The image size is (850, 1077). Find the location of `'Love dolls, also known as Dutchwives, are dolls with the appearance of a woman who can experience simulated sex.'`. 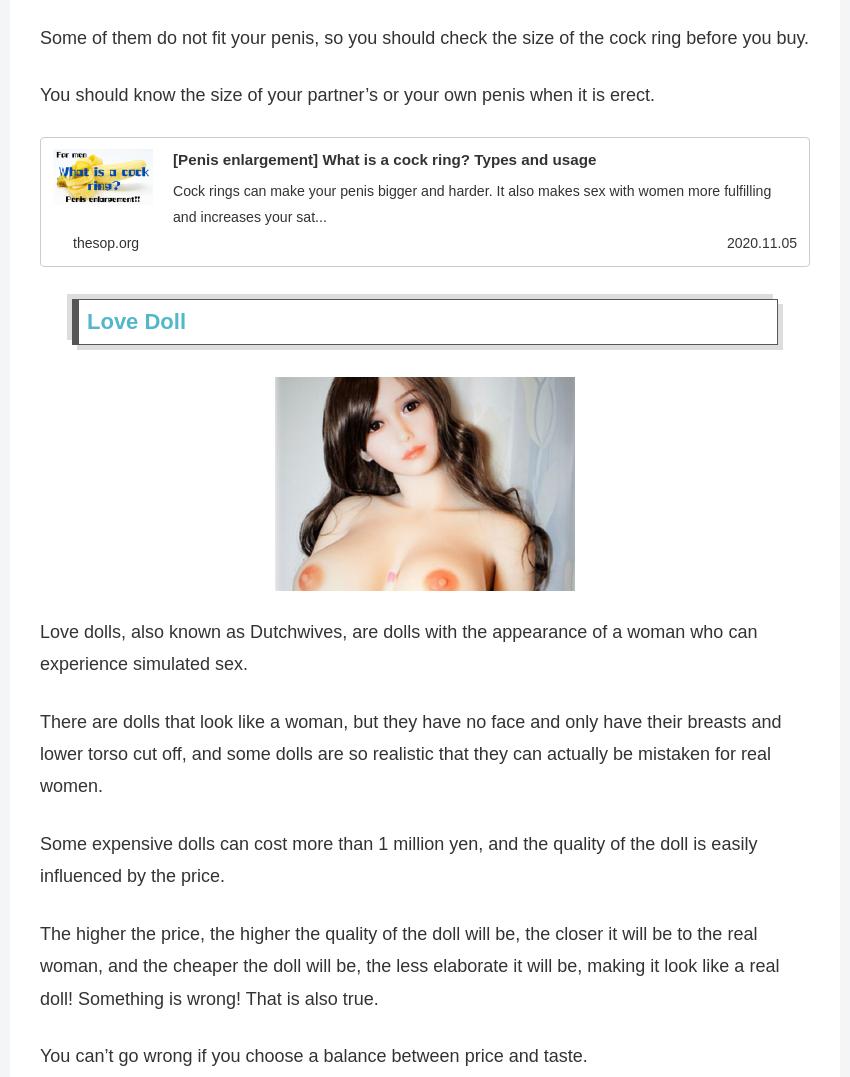

'Love dolls, also known as Dutchwives, are dolls with the appearance of a woman who can experience simulated sex.' is located at coordinates (39, 651).